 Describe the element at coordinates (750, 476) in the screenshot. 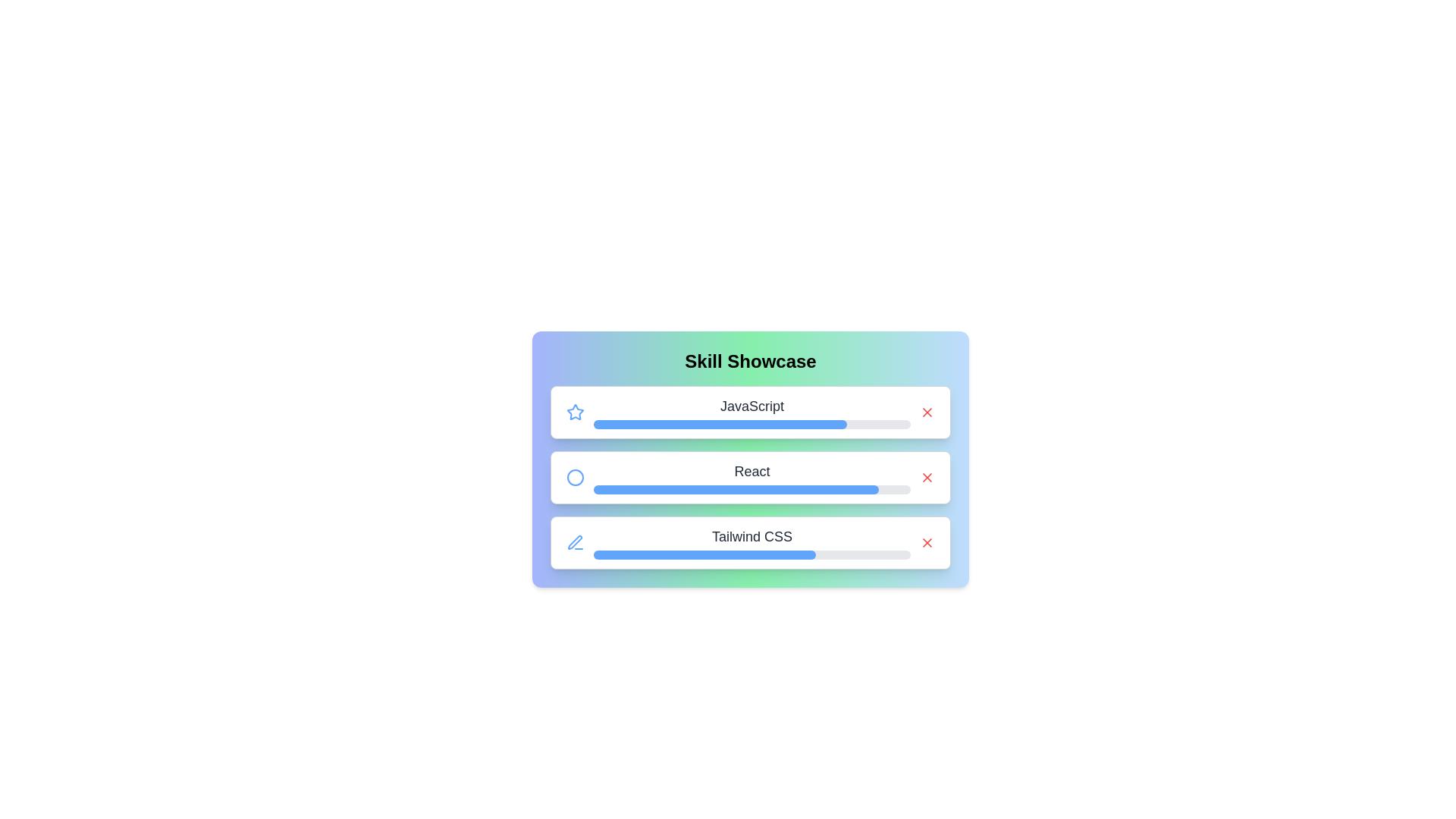

I see `the skill item React to display its tooltip` at that location.